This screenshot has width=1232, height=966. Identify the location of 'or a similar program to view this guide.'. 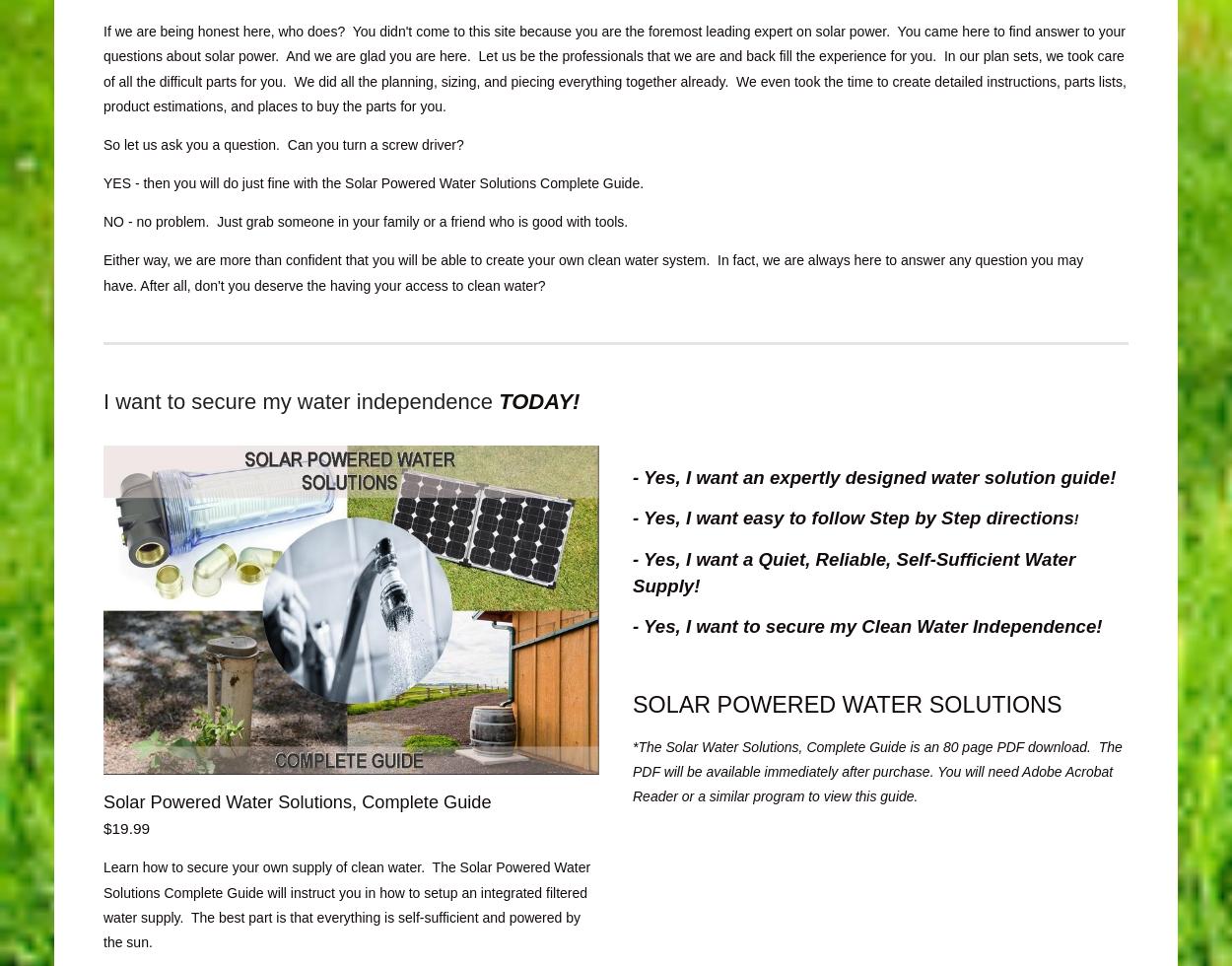
(677, 795).